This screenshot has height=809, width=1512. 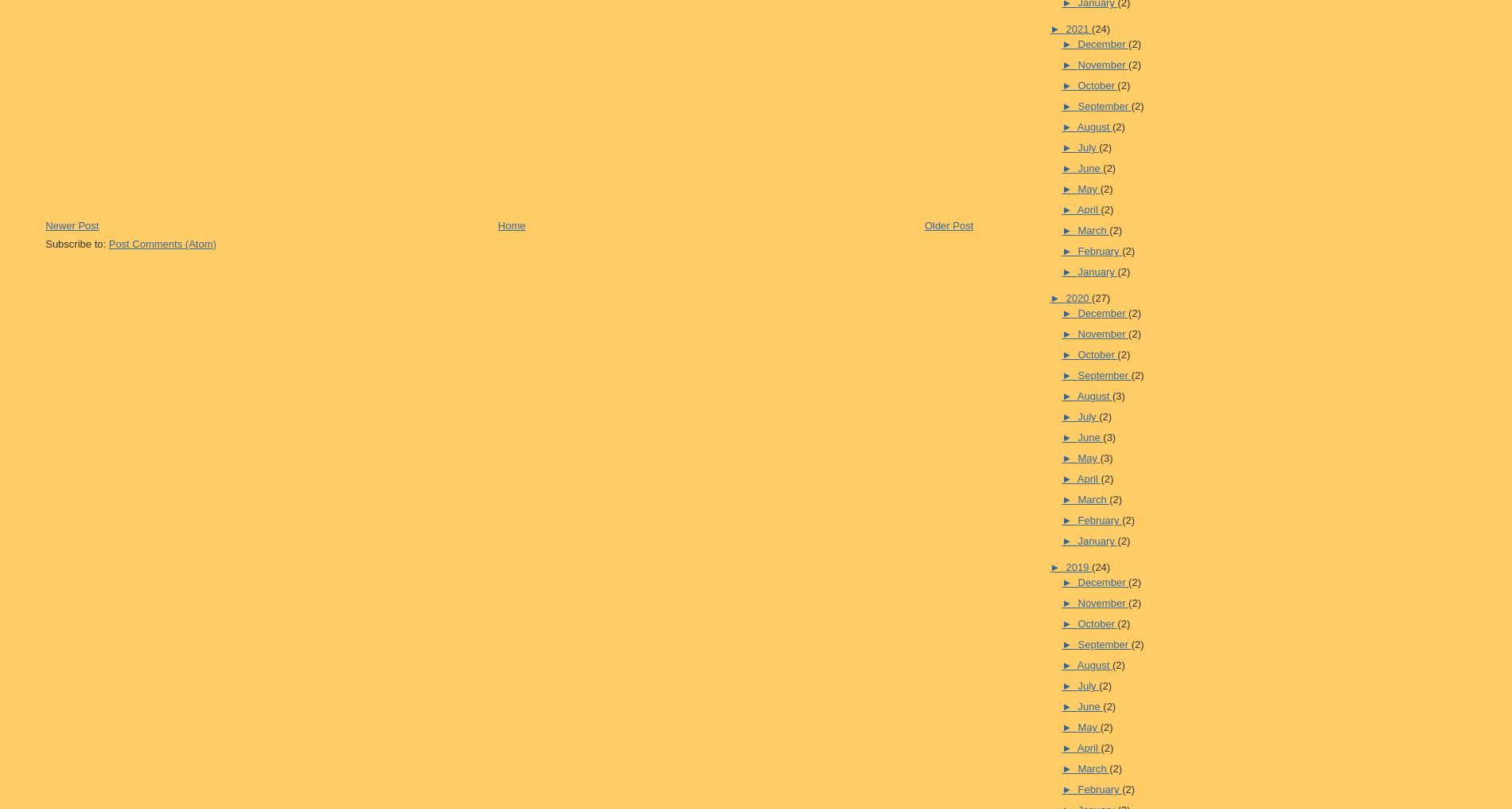 I want to click on 'Older Post', so click(x=948, y=225).